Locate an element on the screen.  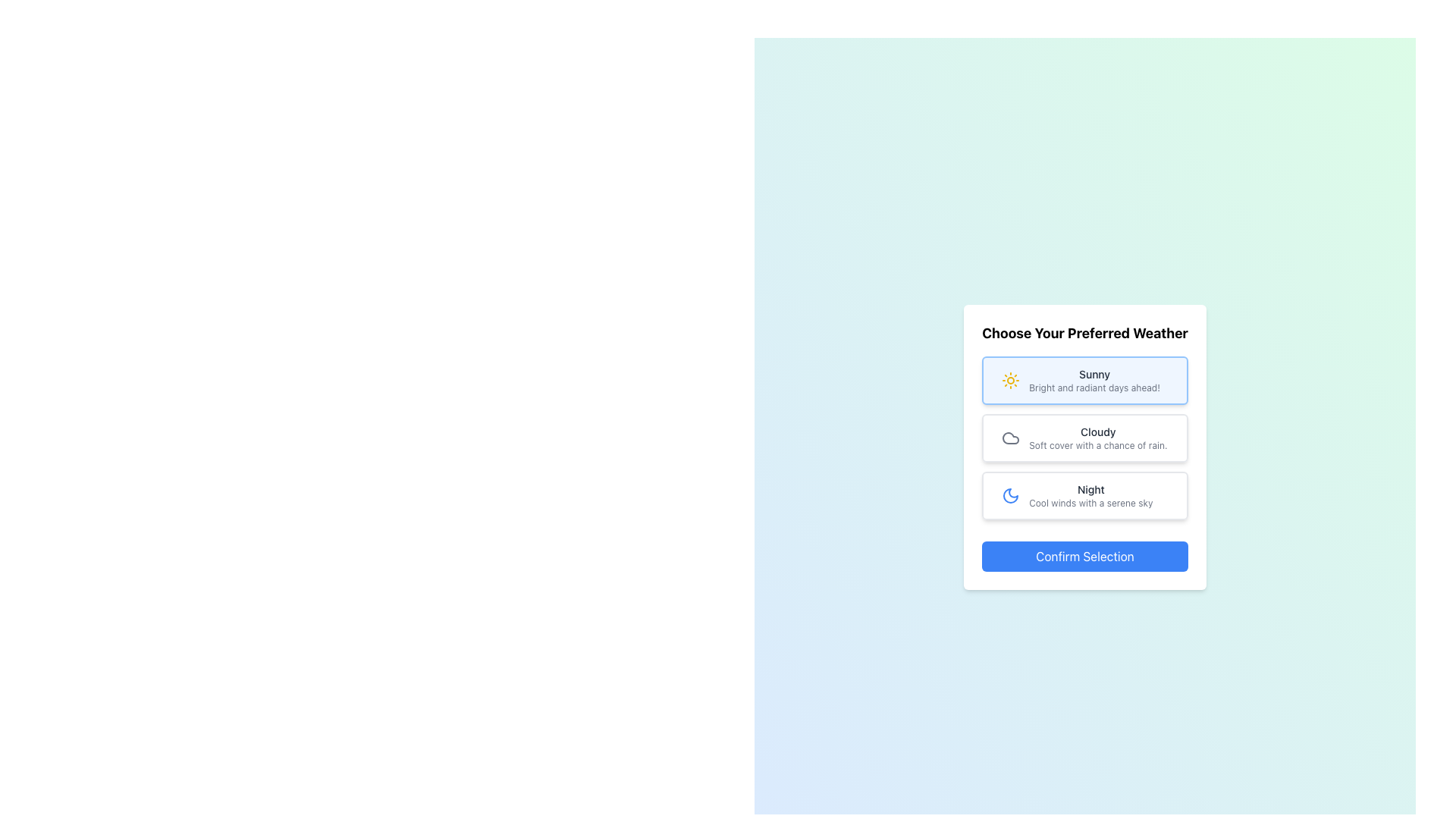
the 'Night' weather selection card title text label, which is positioned above the description 'Cool winds with a serene sky' in the structured layout of weather option cards is located at coordinates (1090, 489).